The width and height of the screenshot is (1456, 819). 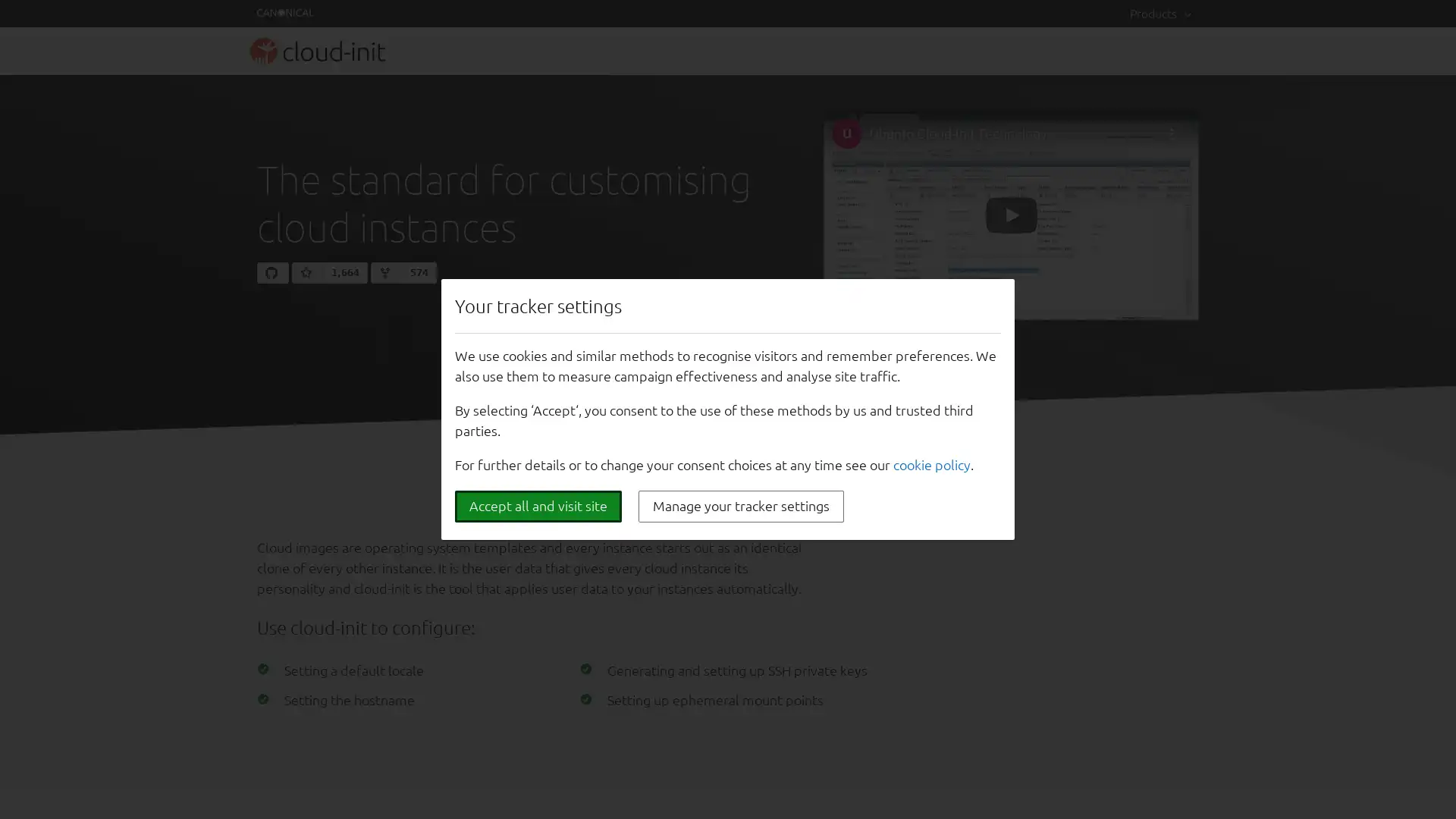 I want to click on Accept all and visit site, so click(x=538, y=506).